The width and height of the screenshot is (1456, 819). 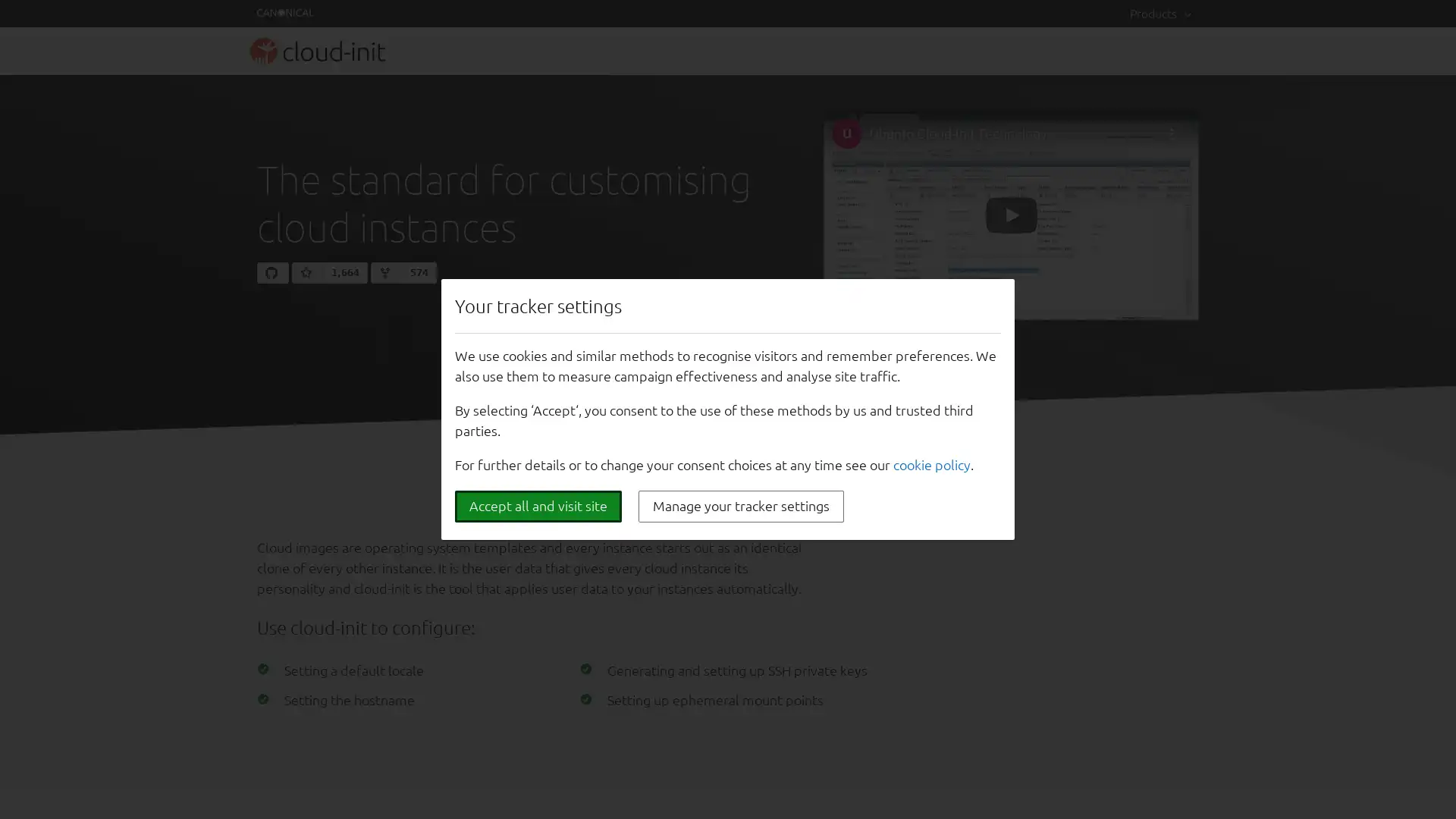 I want to click on Accept all and visit site, so click(x=538, y=506).